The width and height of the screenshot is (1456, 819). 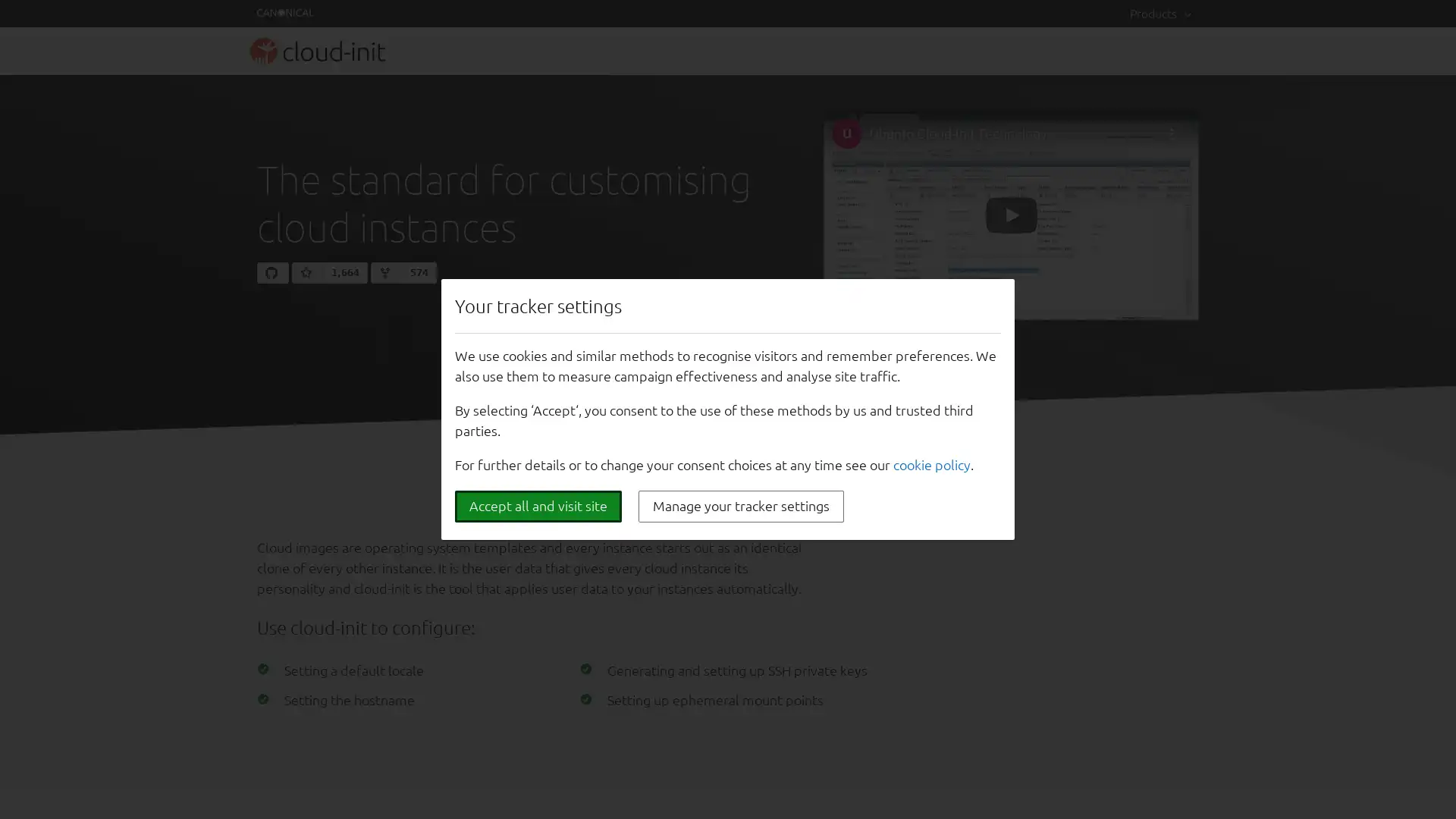 I want to click on Accept all and visit site, so click(x=538, y=506).